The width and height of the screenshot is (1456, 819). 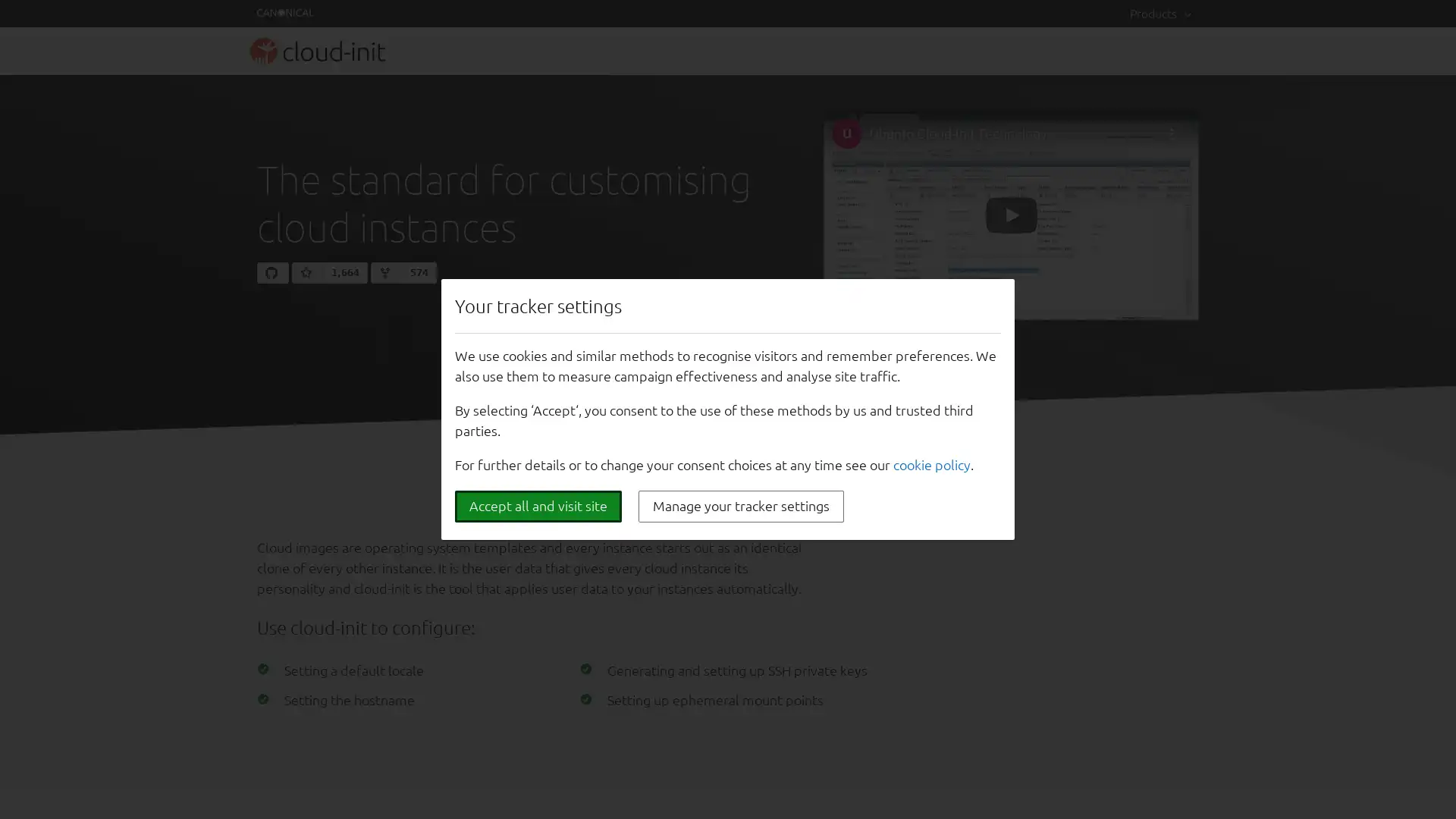 I want to click on Accept all and visit site, so click(x=538, y=506).